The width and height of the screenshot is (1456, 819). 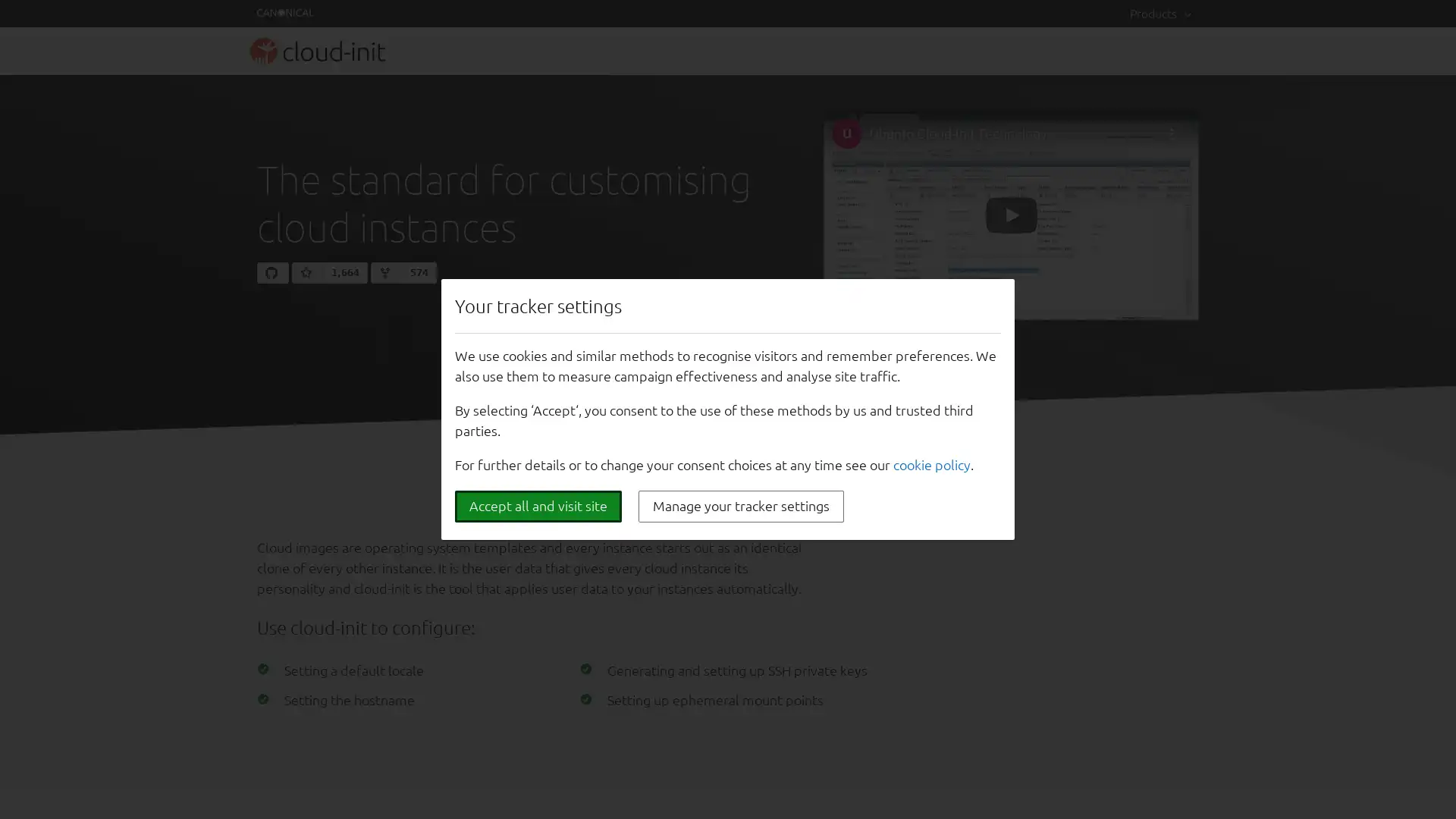 I want to click on Accept all and visit site, so click(x=538, y=506).